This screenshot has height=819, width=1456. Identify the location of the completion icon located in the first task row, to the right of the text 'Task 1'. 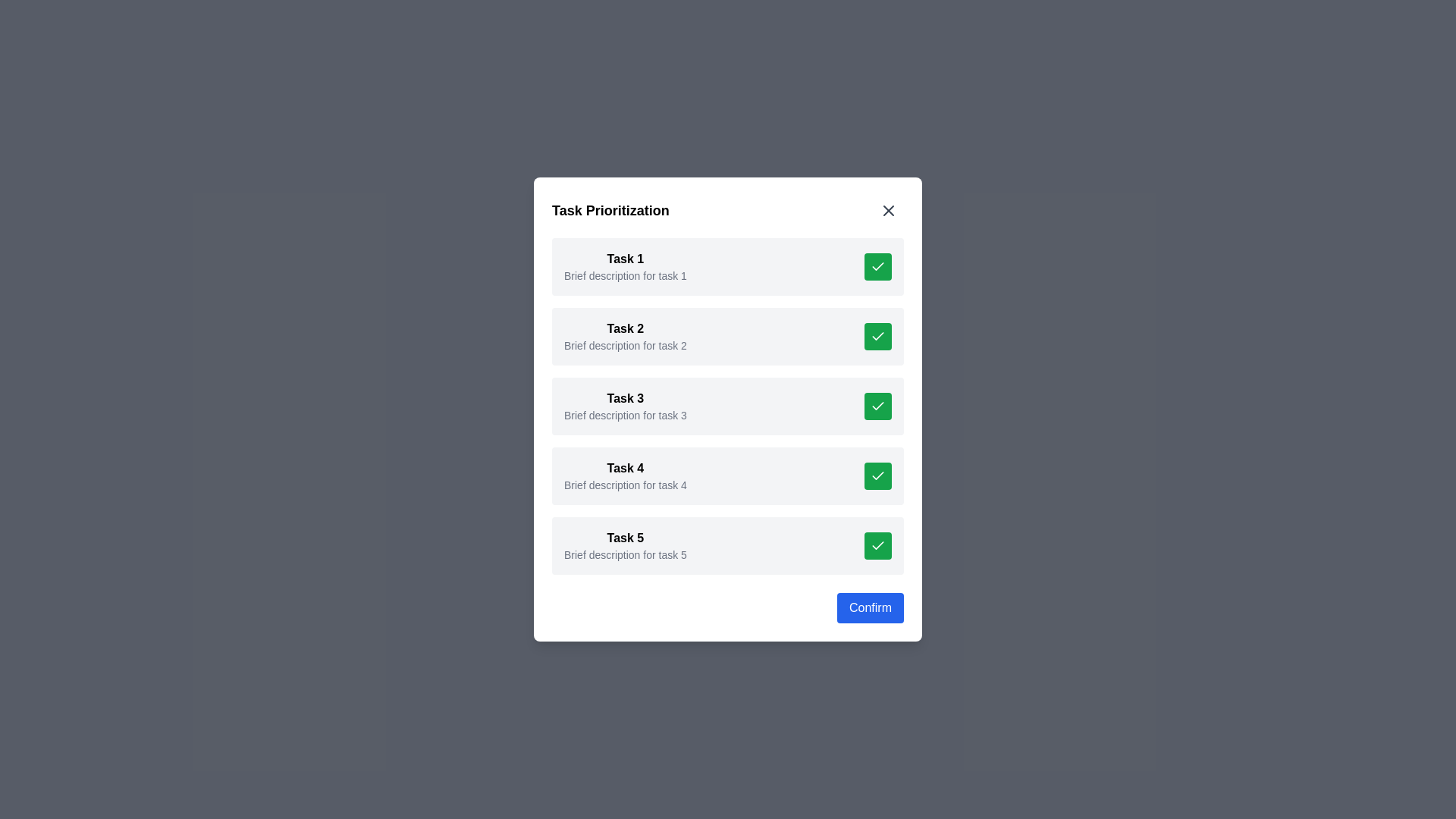
(877, 265).